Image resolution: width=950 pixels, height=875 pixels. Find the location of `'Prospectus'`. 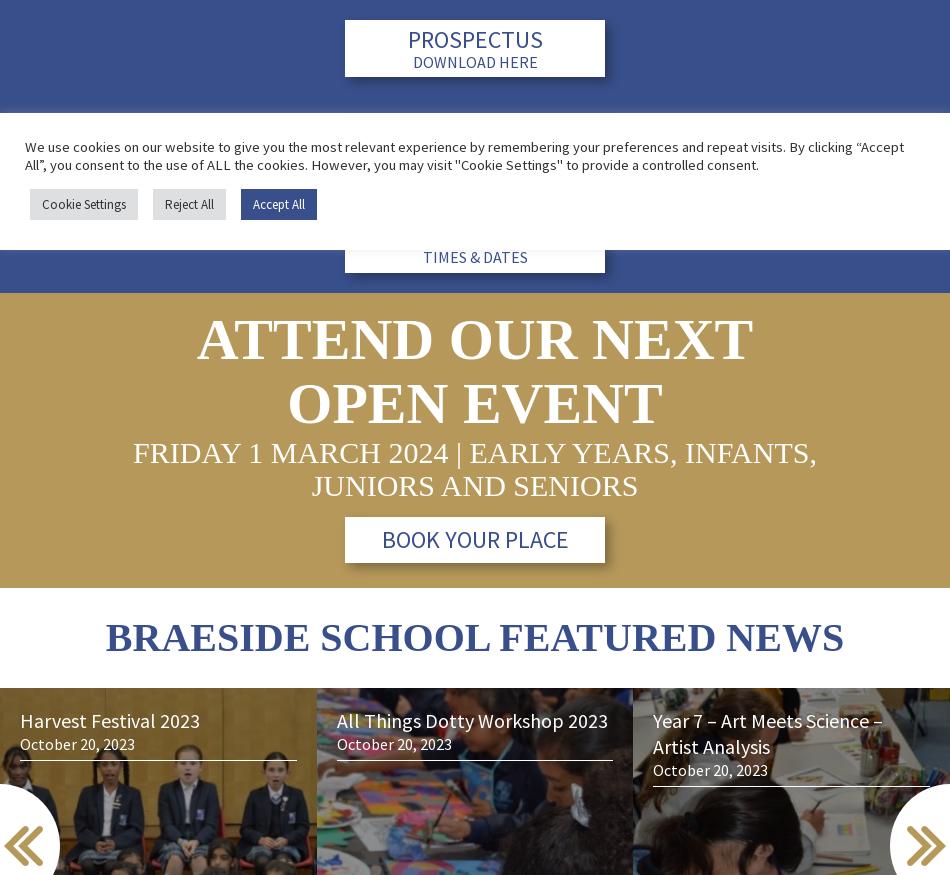

'Prospectus' is located at coordinates (473, 37).